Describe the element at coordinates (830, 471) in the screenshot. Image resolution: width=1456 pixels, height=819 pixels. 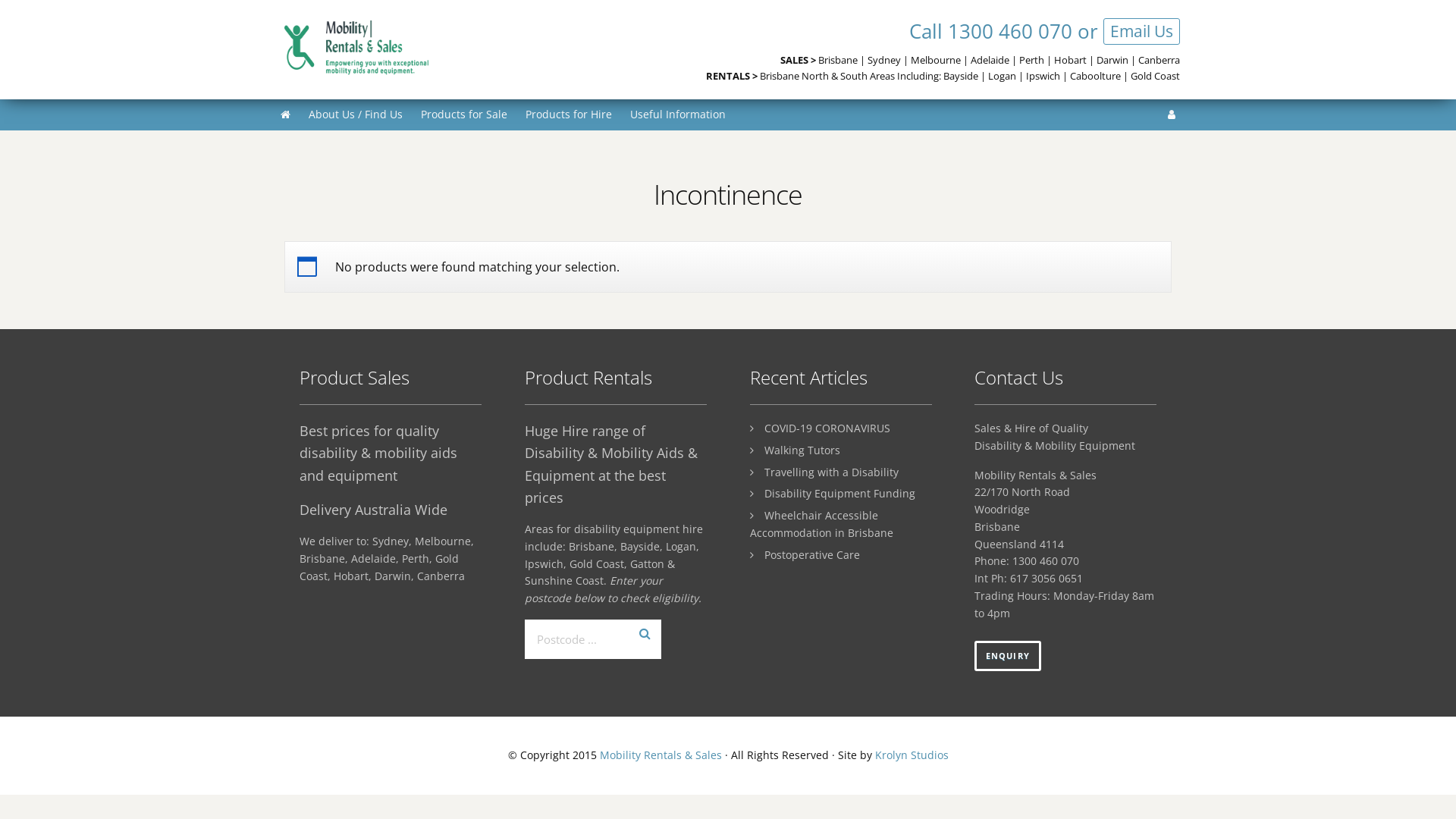
I see `'Travelling with a Disability'` at that location.